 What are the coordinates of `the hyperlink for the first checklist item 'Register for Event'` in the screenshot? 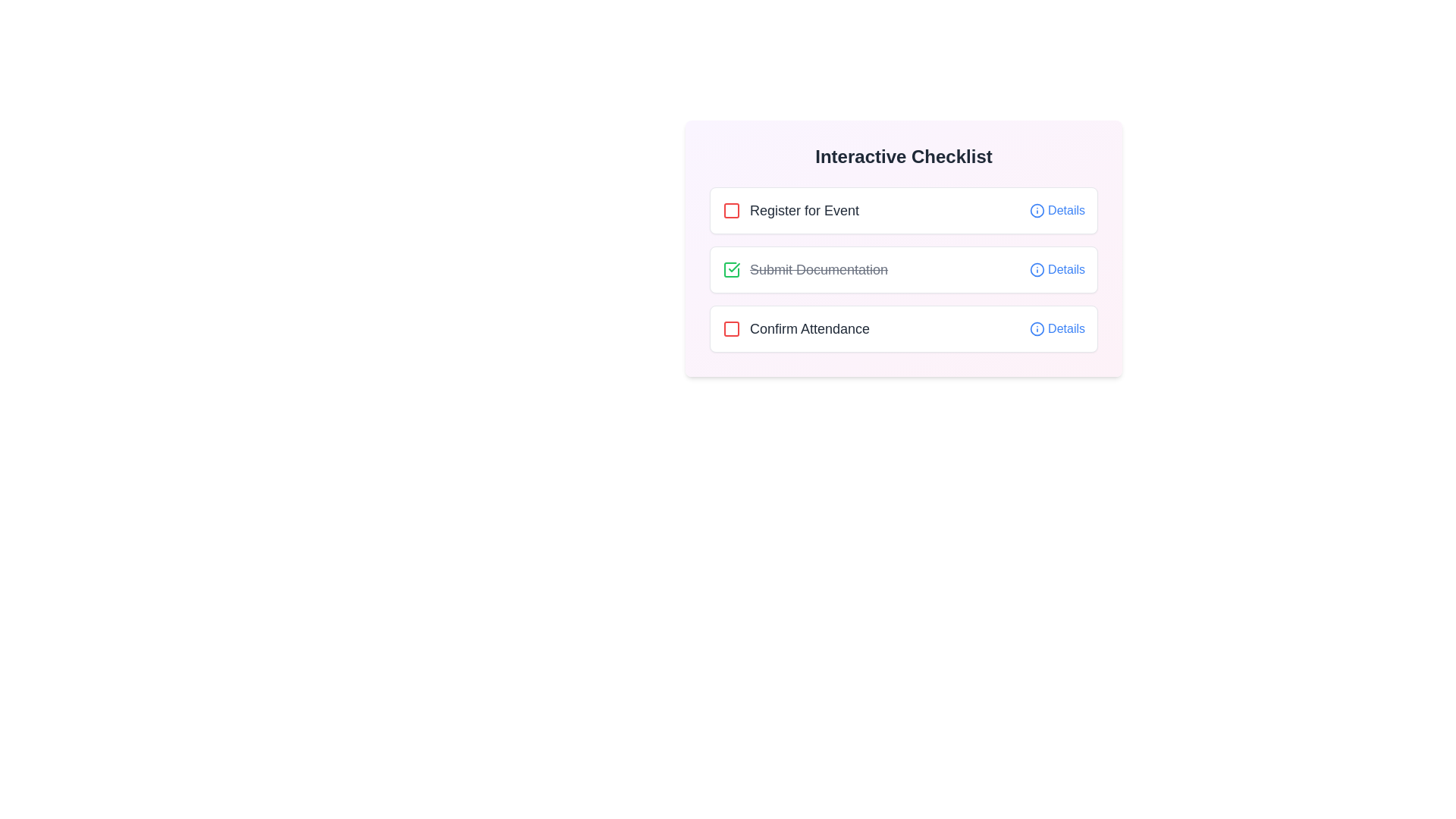 It's located at (1065, 210).